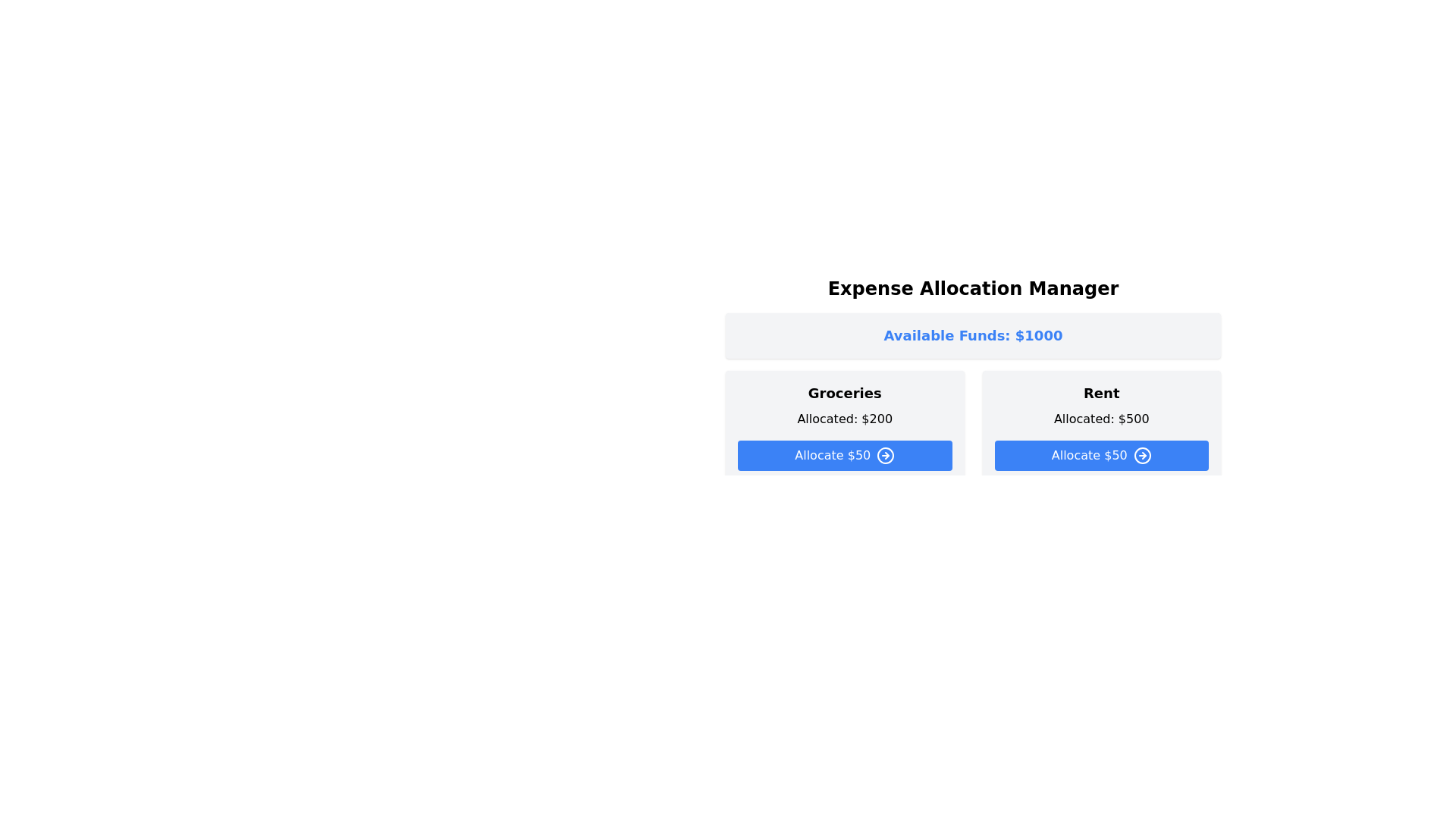  Describe the element at coordinates (973, 335) in the screenshot. I see `the text label displaying 'Available Funds: $1000' which is in a bold blue font on a light gray background, positioned below the title 'Expense Allocation Manager.'` at that location.